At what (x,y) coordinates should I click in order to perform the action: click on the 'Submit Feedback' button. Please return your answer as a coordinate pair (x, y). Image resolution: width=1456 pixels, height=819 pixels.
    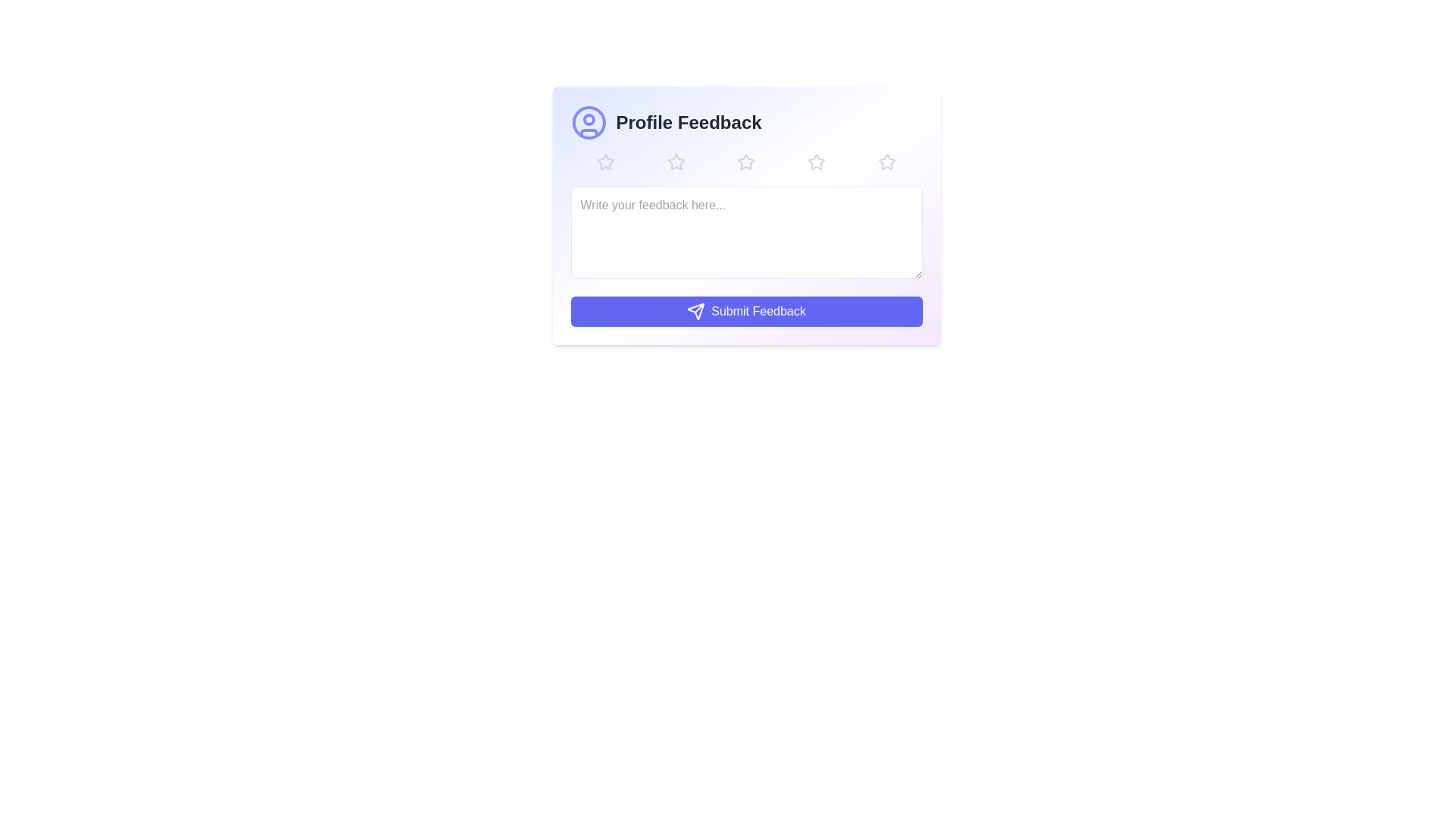
    Looking at the image, I should click on (746, 311).